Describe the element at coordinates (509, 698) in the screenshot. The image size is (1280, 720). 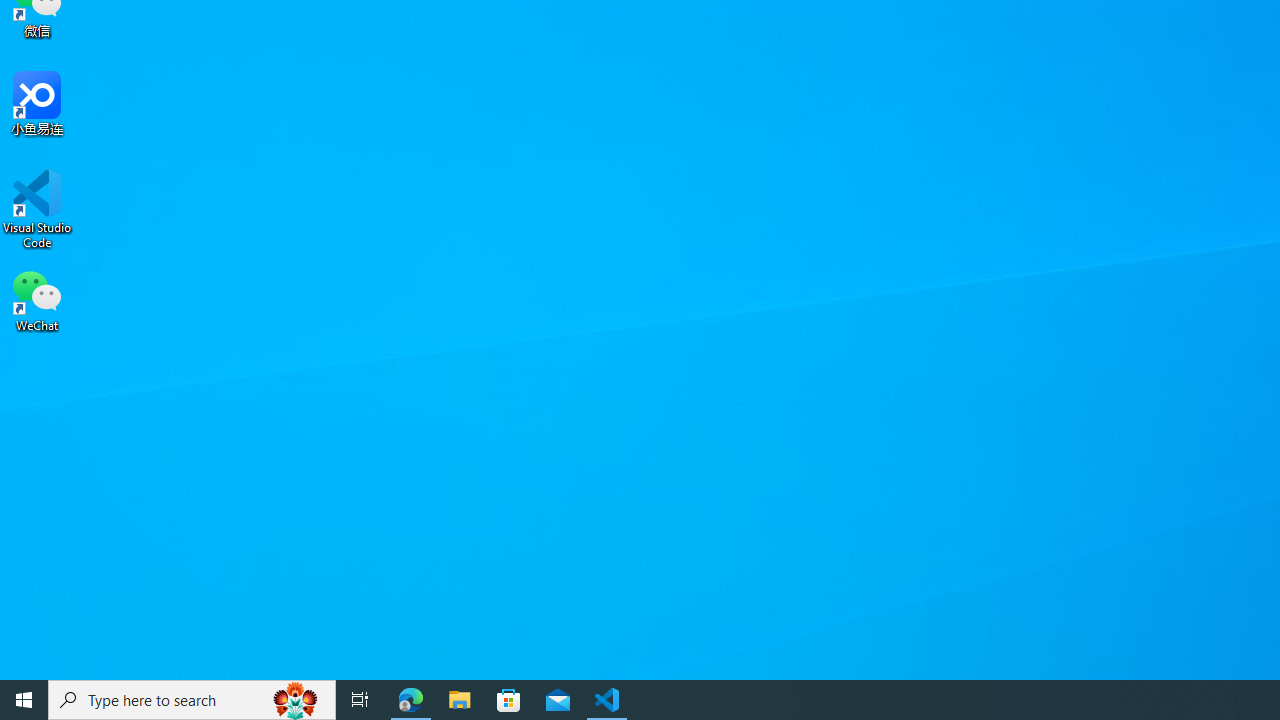
I see `'Microsoft Store'` at that location.